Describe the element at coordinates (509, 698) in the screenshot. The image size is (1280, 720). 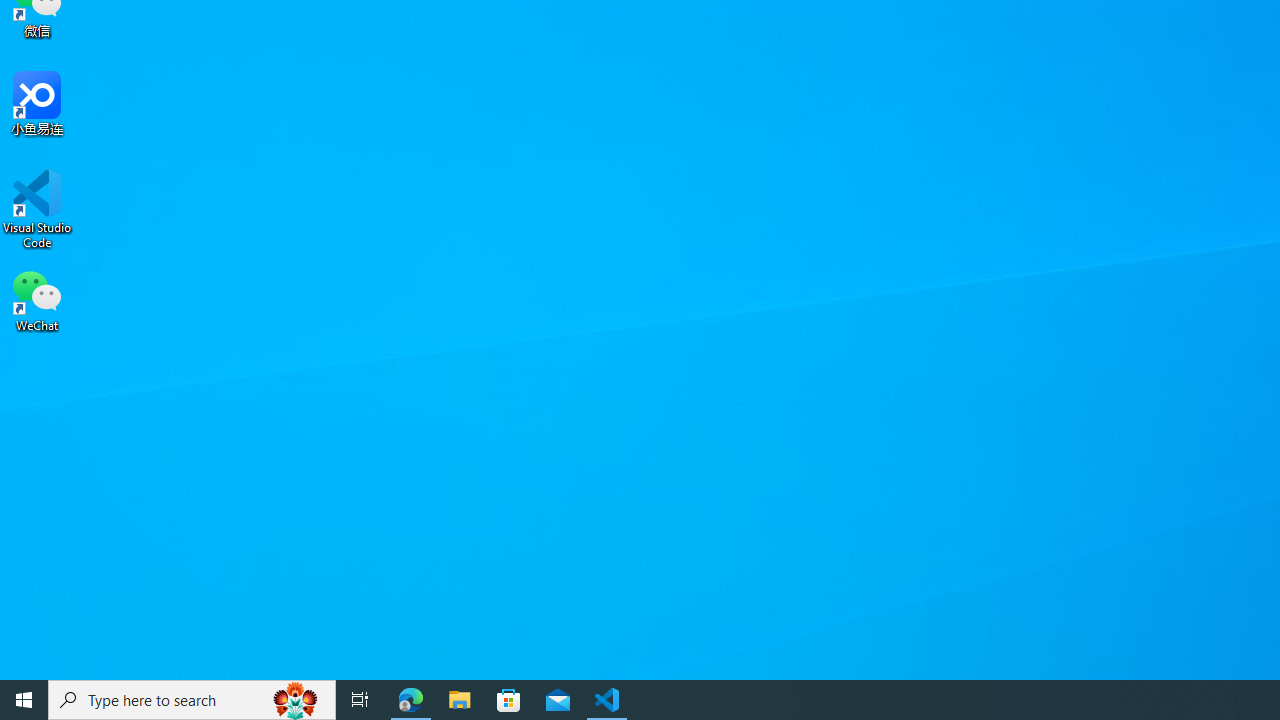
I see `'Microsoft Store'` at that location.